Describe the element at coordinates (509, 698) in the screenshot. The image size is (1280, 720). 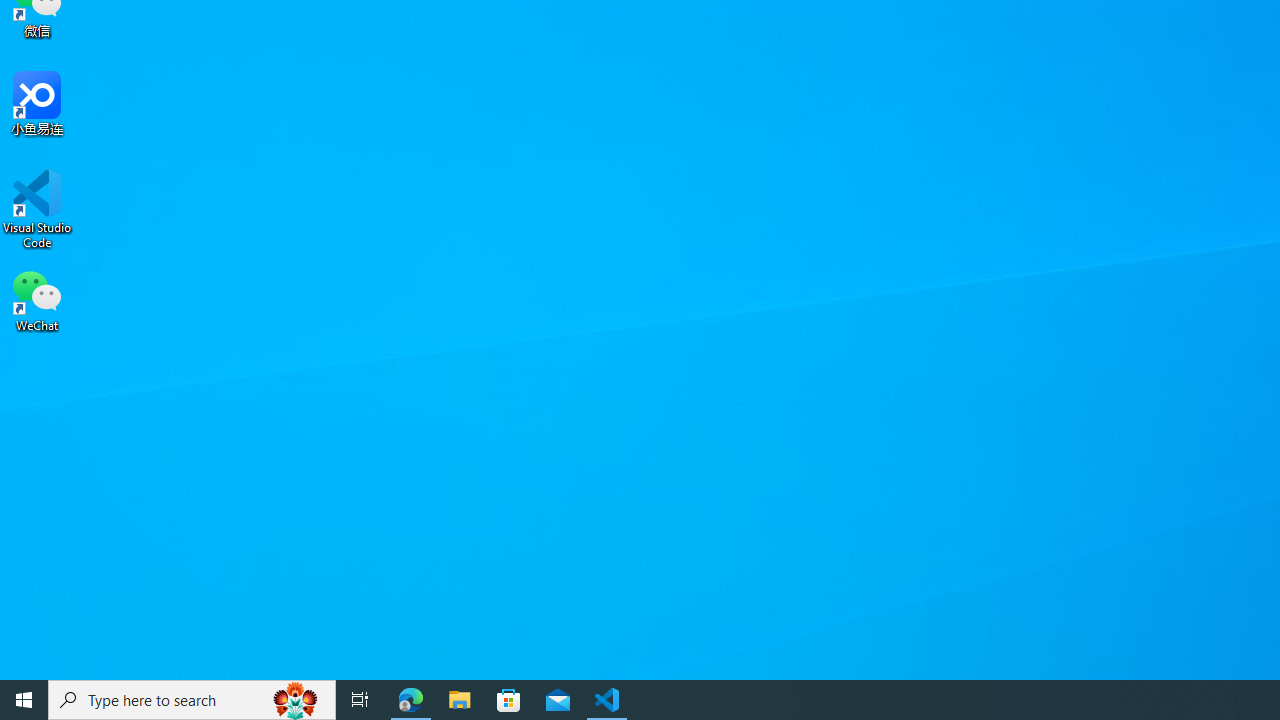
I see `'Microsoft Store'` at that location.